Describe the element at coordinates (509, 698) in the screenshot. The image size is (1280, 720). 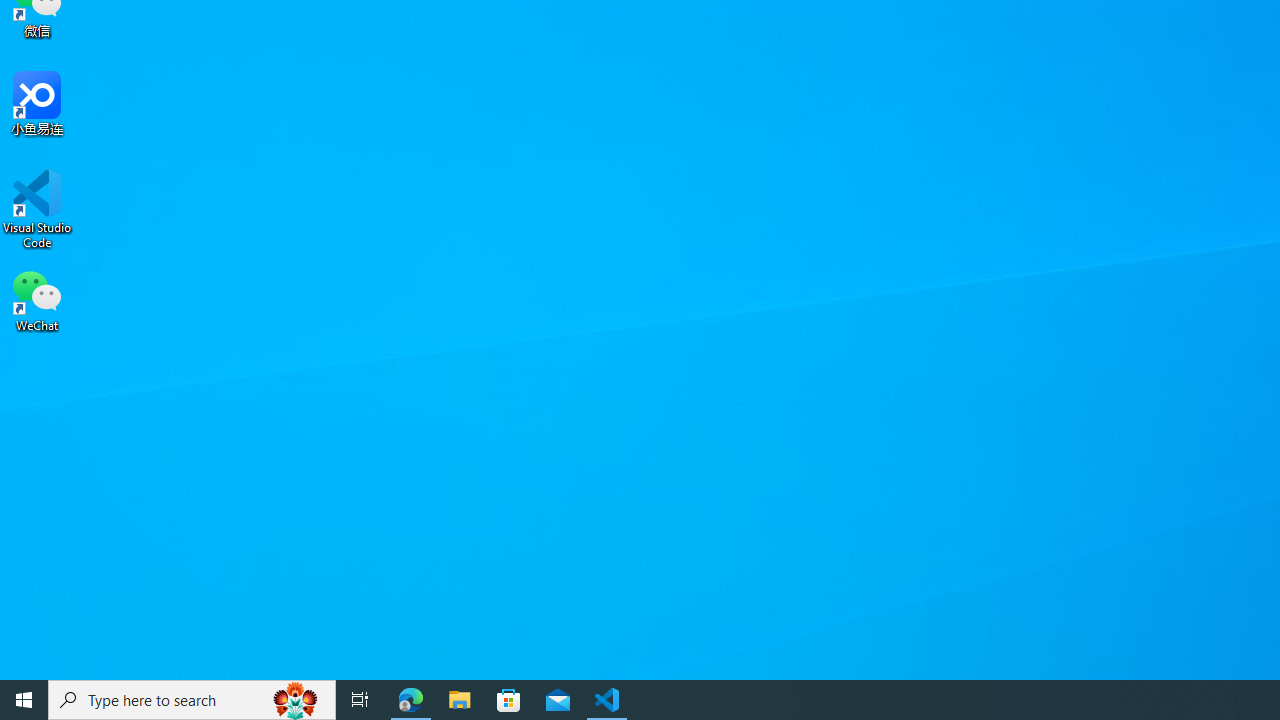
I see `'Microsoft Store'` at that location.